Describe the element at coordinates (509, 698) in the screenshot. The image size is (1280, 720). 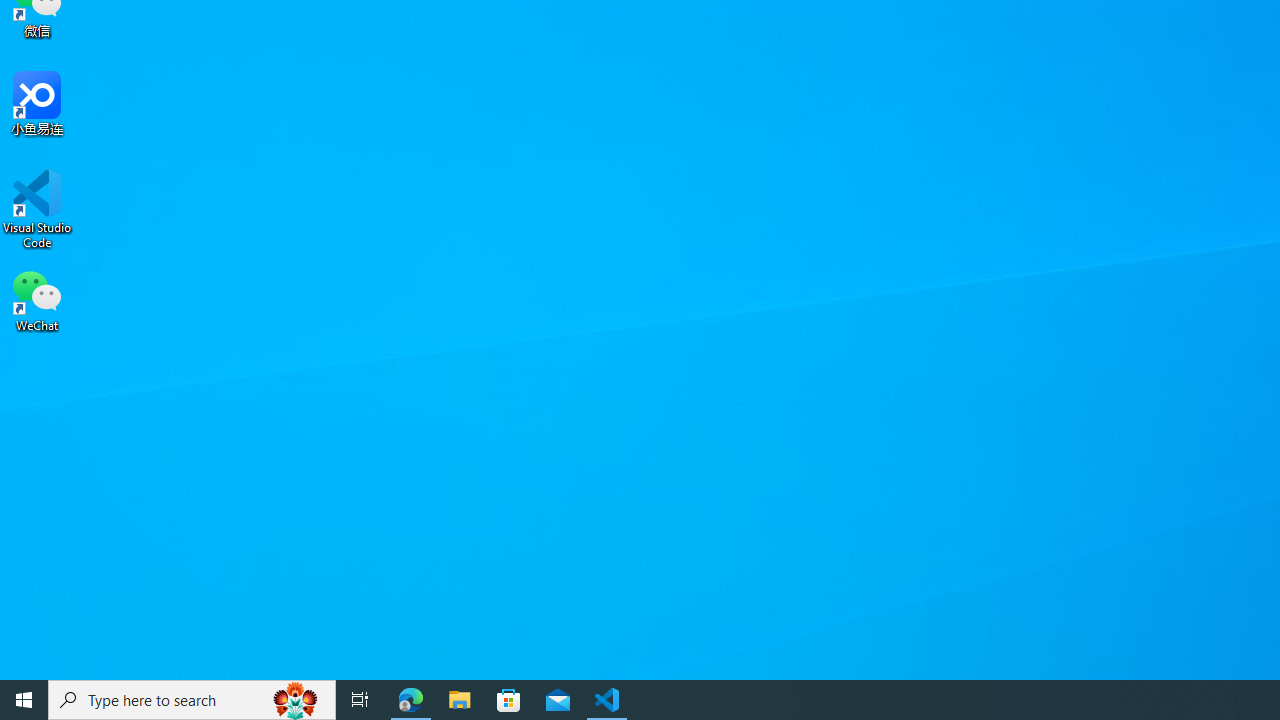
I see `'Microsoft Store'` at that location.